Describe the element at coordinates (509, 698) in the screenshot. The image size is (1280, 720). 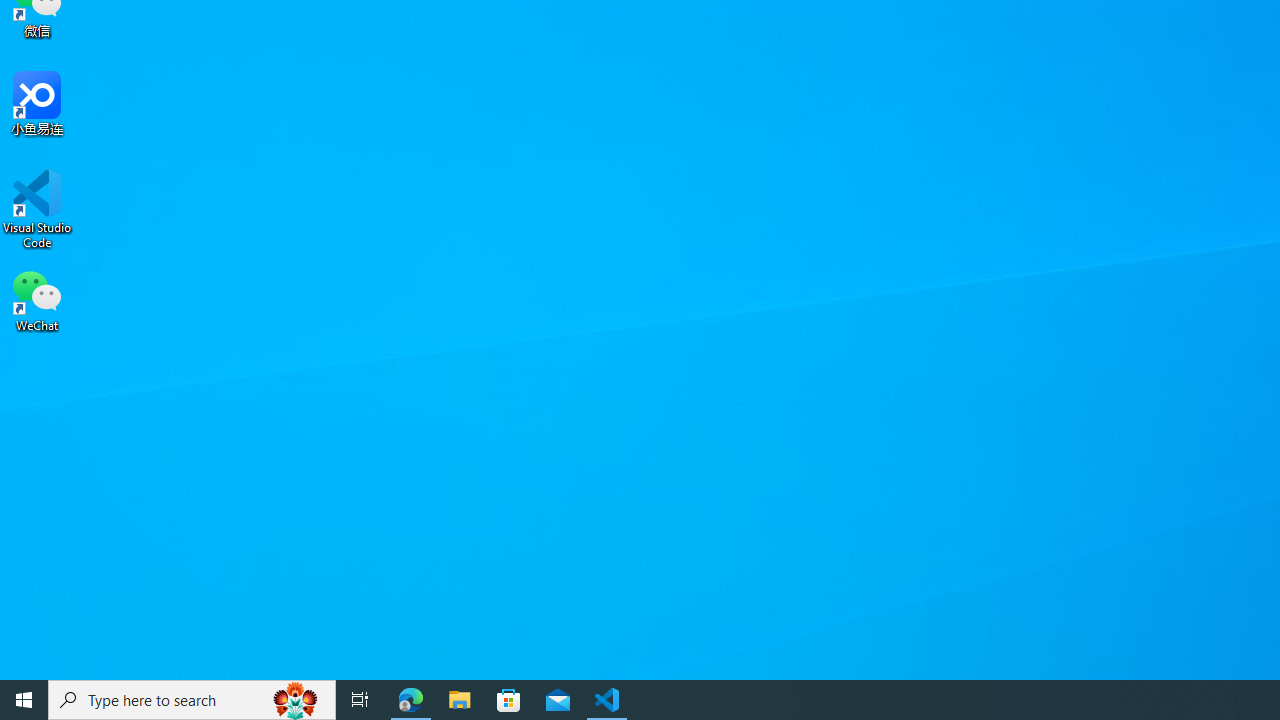
I see `'Microsoft Store'` at that location.